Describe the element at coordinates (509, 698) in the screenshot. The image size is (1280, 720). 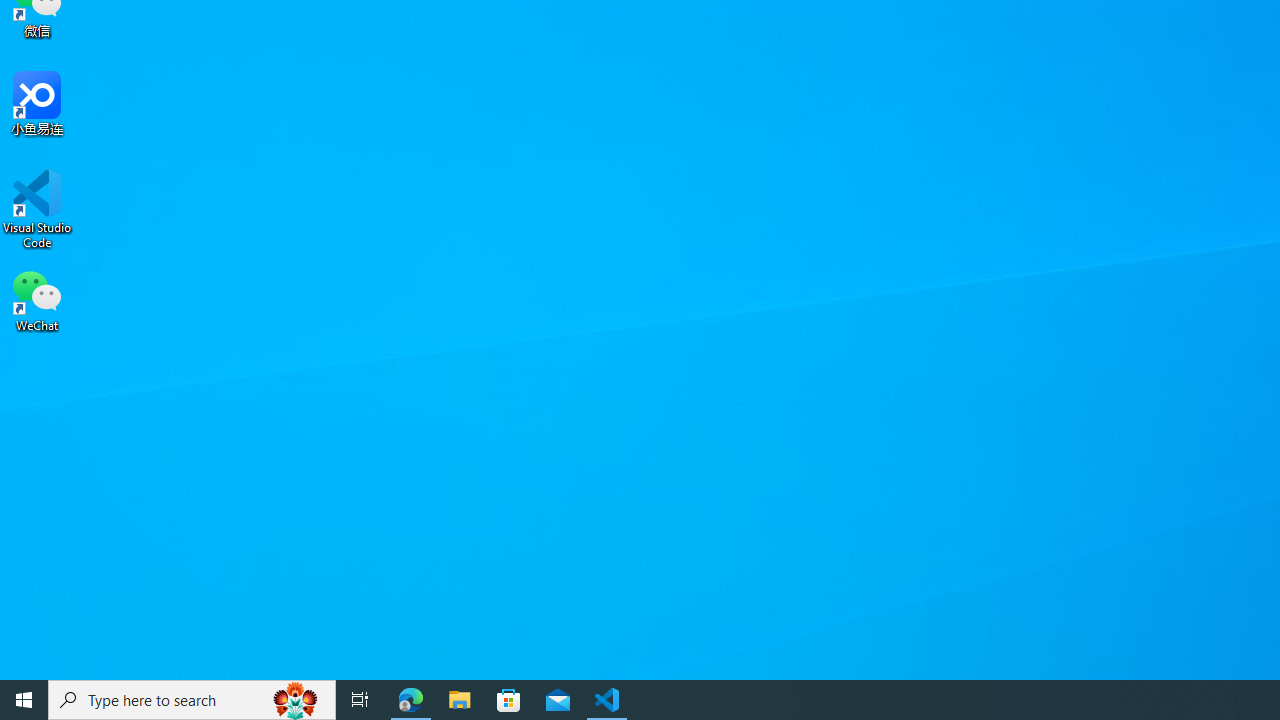
I see `'Microsoft Store'` at that location.